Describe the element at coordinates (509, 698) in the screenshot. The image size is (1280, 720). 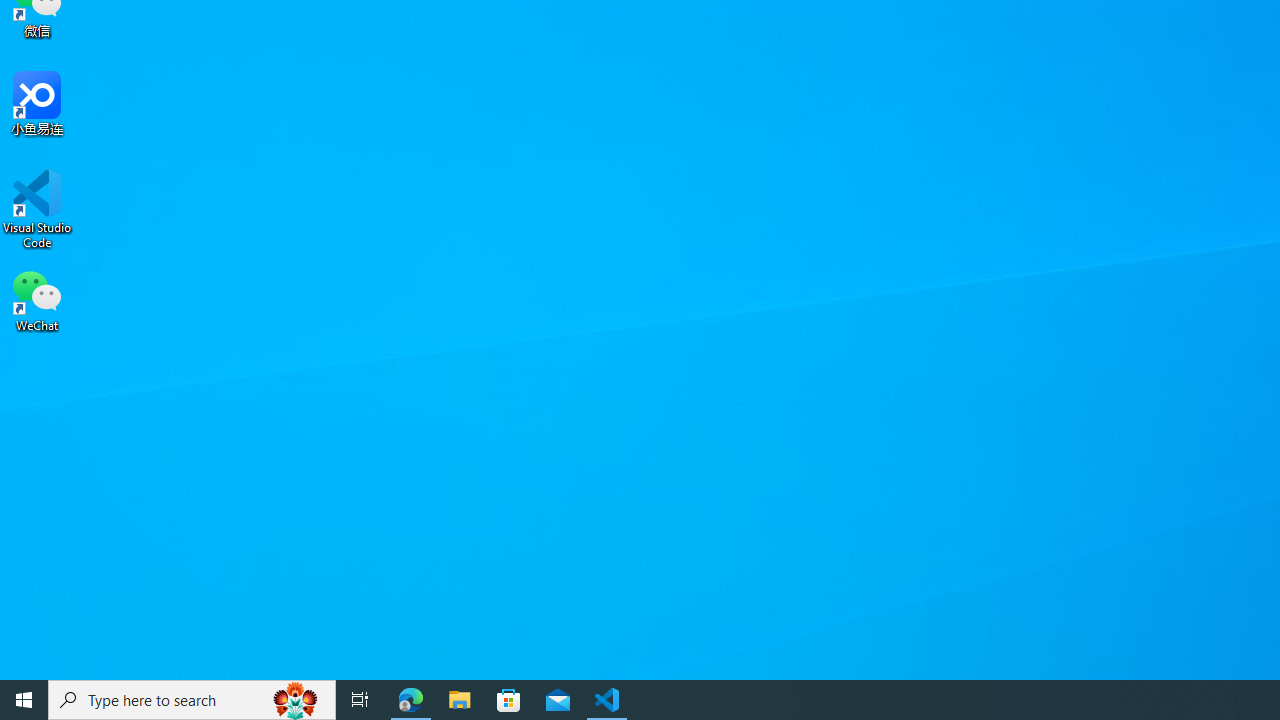
I see `'Microsoft Store'` at that location.